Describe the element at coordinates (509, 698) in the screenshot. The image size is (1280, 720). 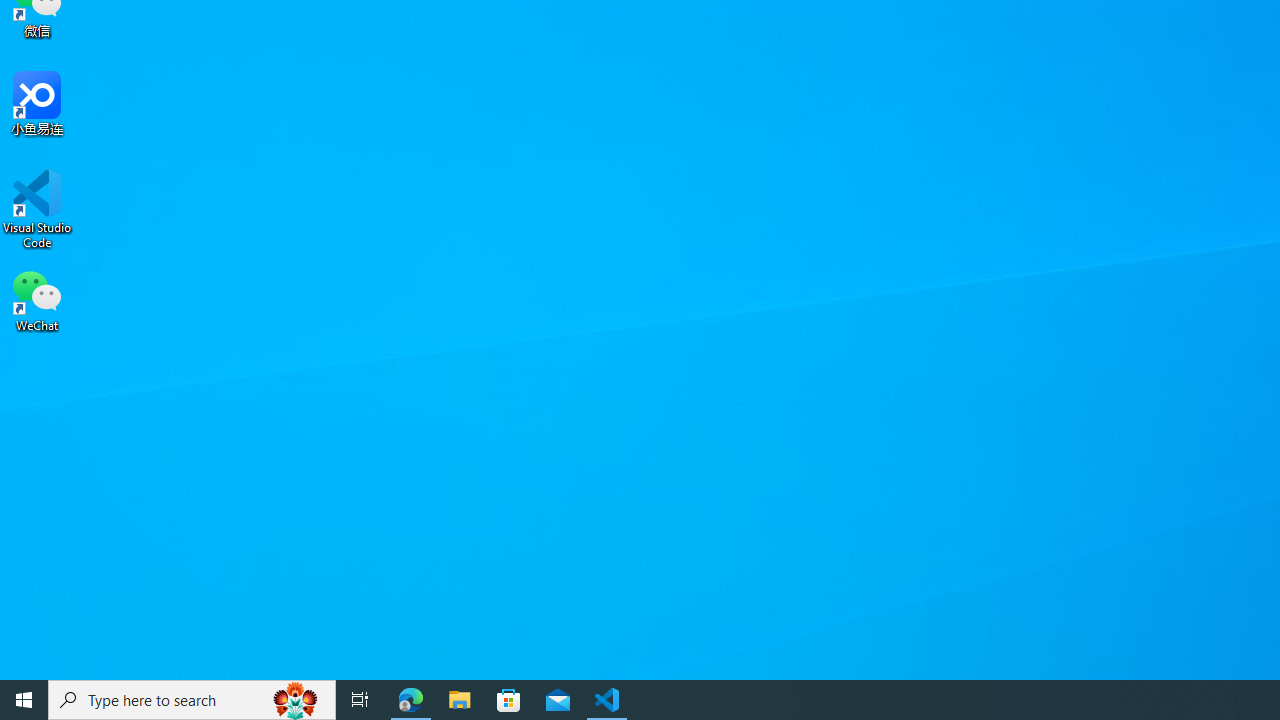
I see `'Microsoft Store'` at that location.